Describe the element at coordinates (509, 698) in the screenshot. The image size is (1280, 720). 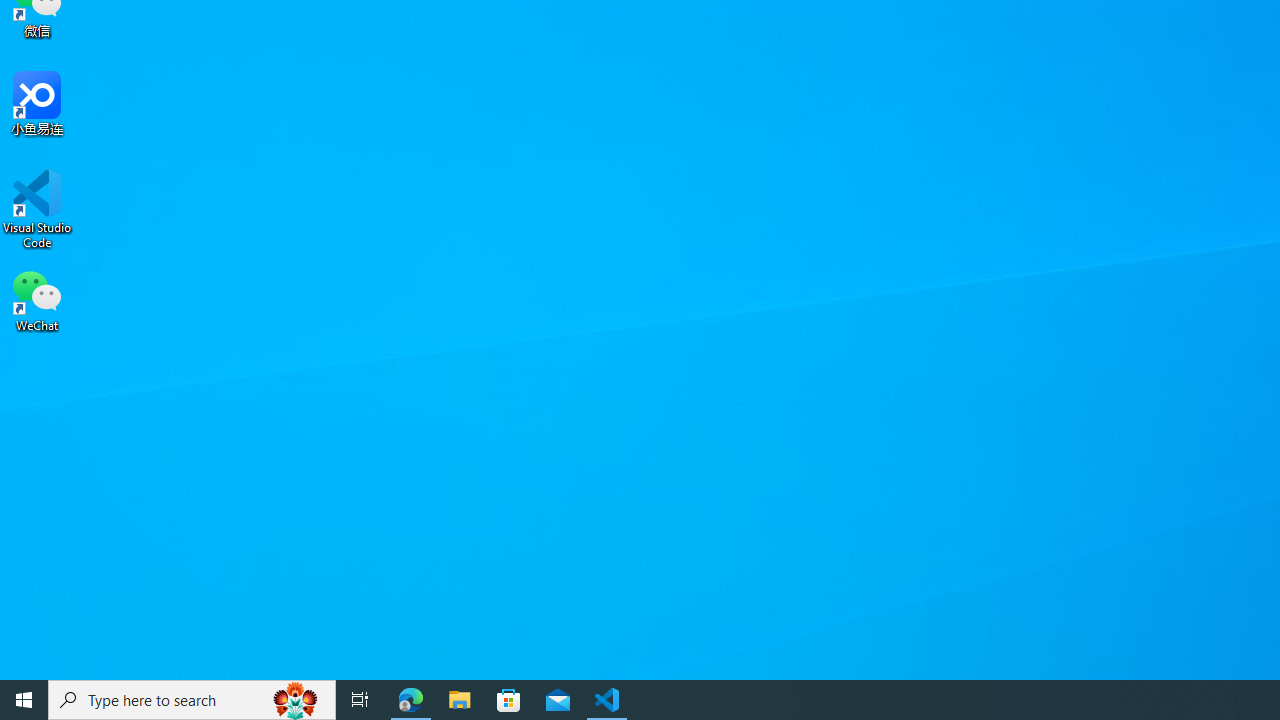
I see `'Microsoft Store'` at that location.